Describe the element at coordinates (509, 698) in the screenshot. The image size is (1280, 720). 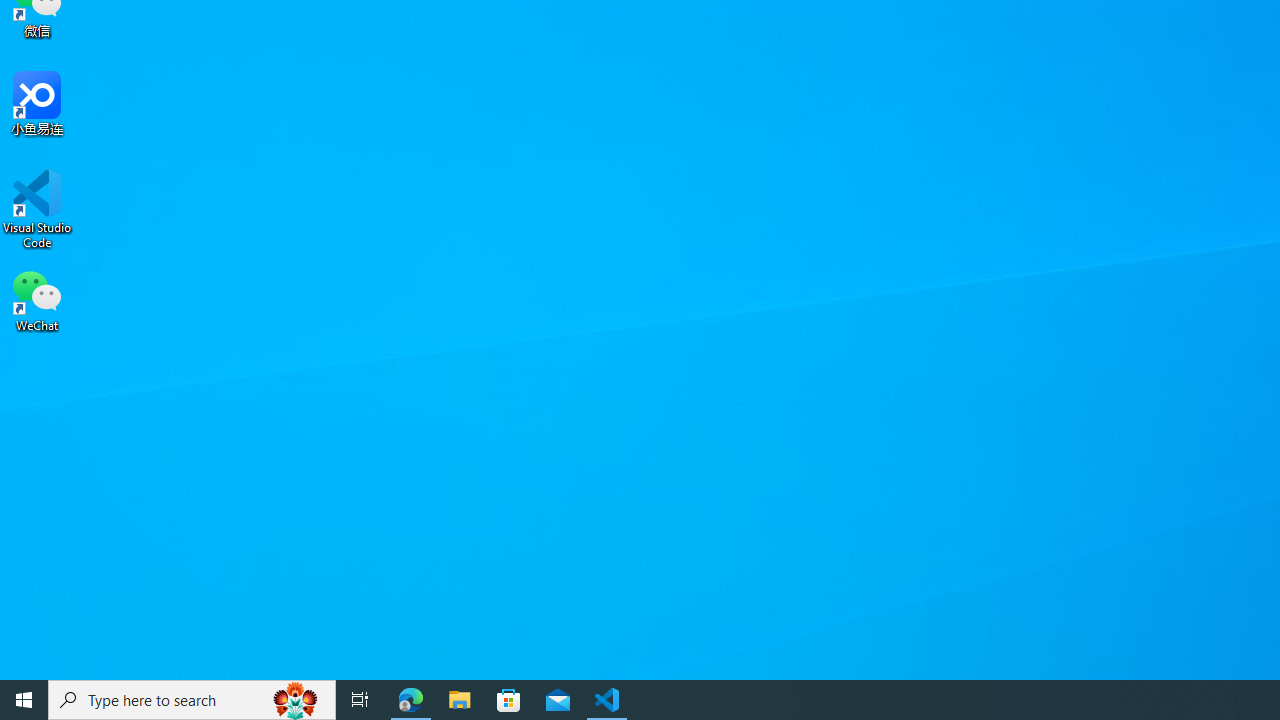
I see `'Microsoft Store'` at that location.